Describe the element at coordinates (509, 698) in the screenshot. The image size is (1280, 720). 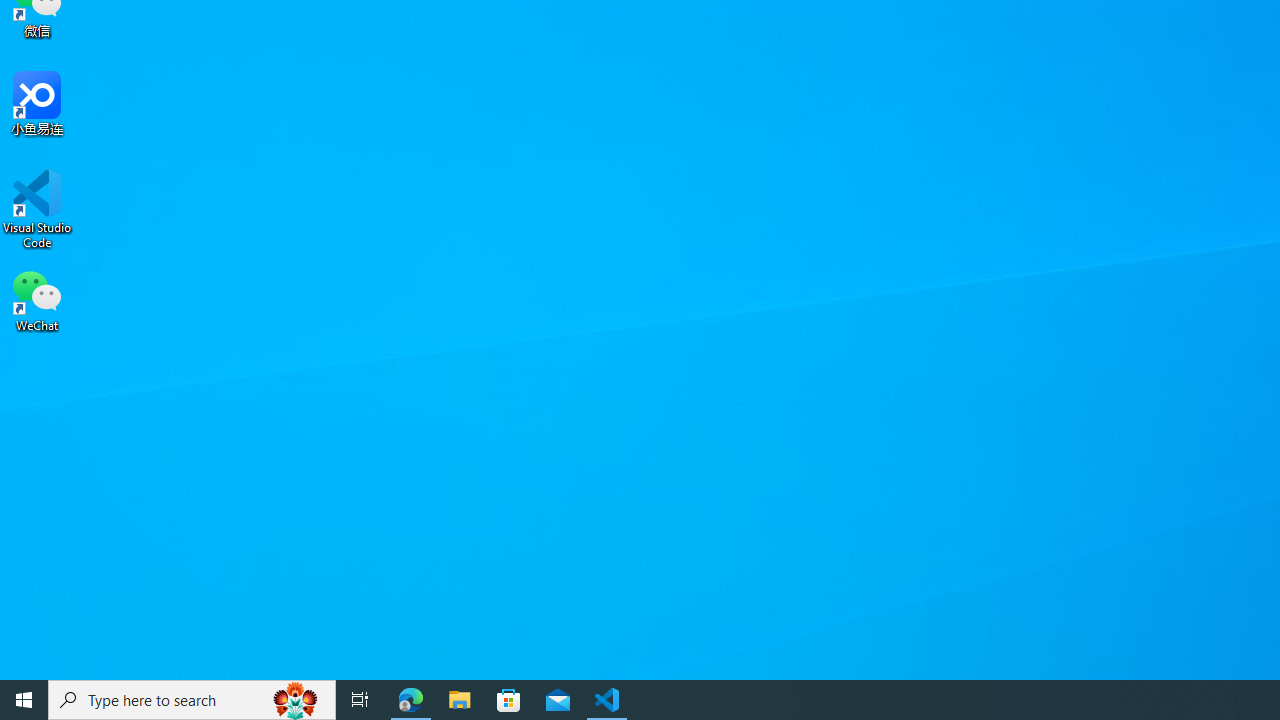
I see `'Microsoft Store'` at that location.